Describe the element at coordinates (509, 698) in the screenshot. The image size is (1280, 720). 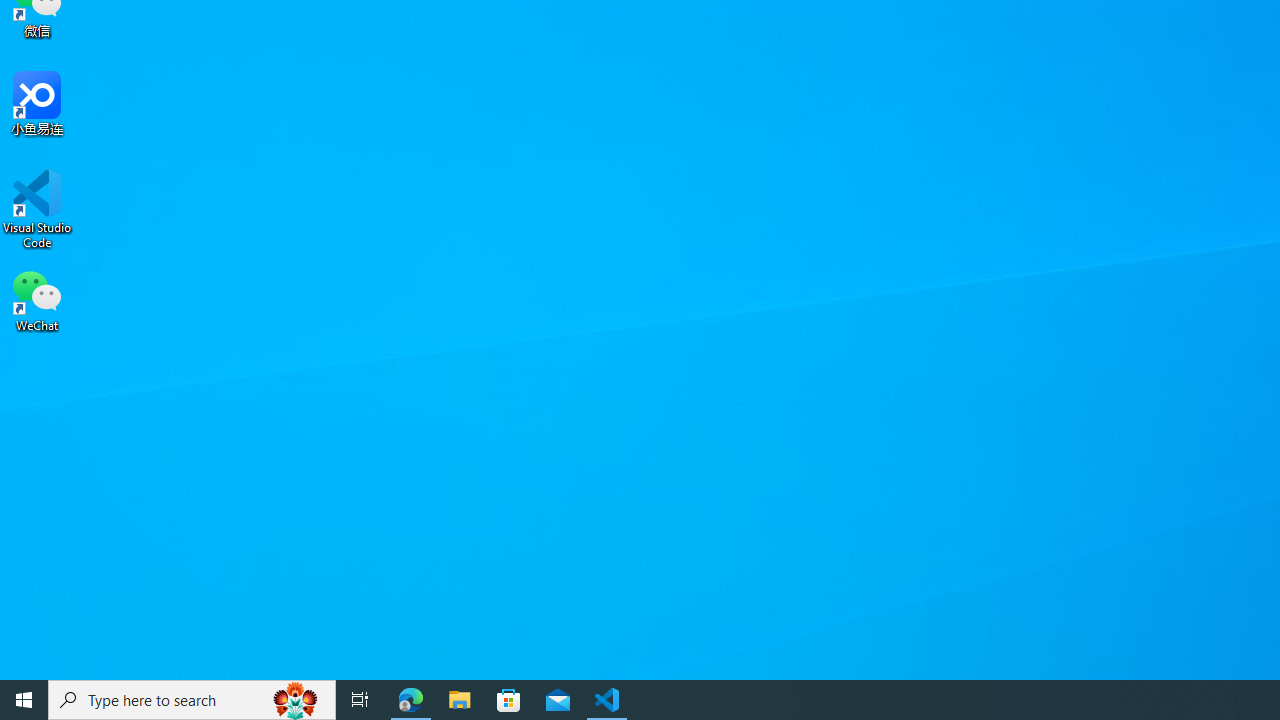
I see `'Microsoft Store'` at that location.